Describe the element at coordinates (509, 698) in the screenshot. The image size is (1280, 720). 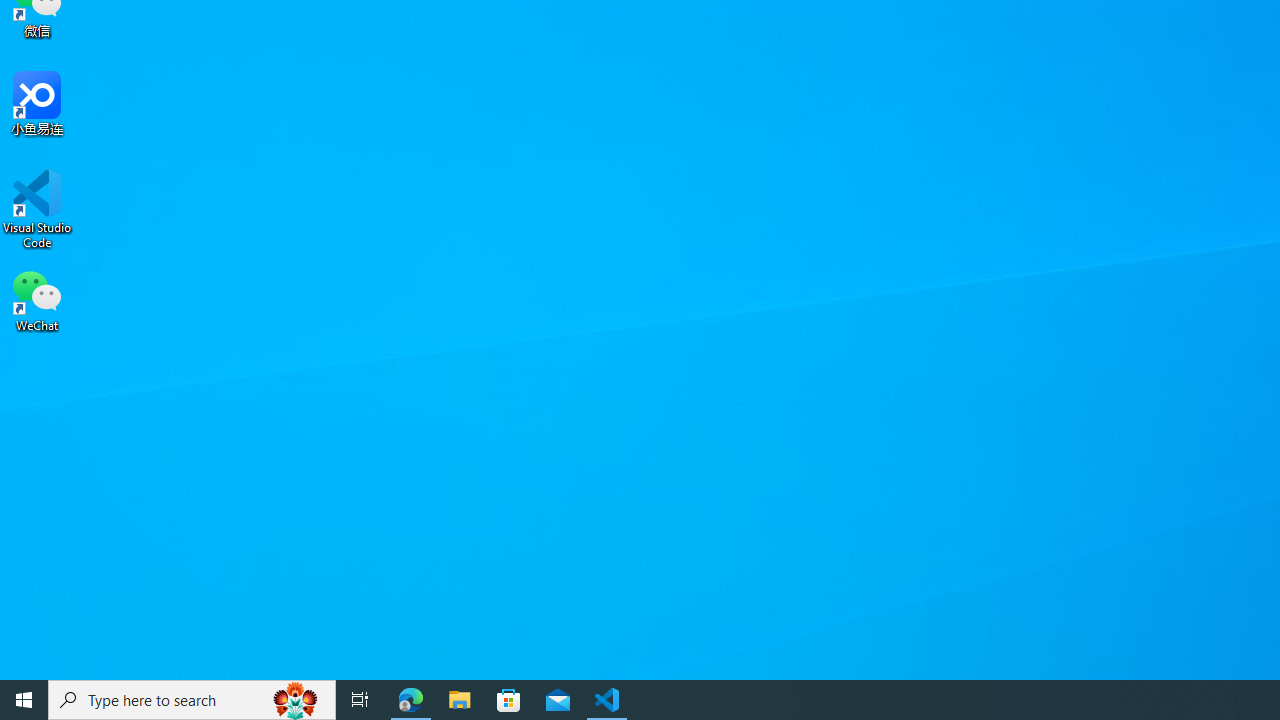
I see `'Microsoft Store'` at that location.